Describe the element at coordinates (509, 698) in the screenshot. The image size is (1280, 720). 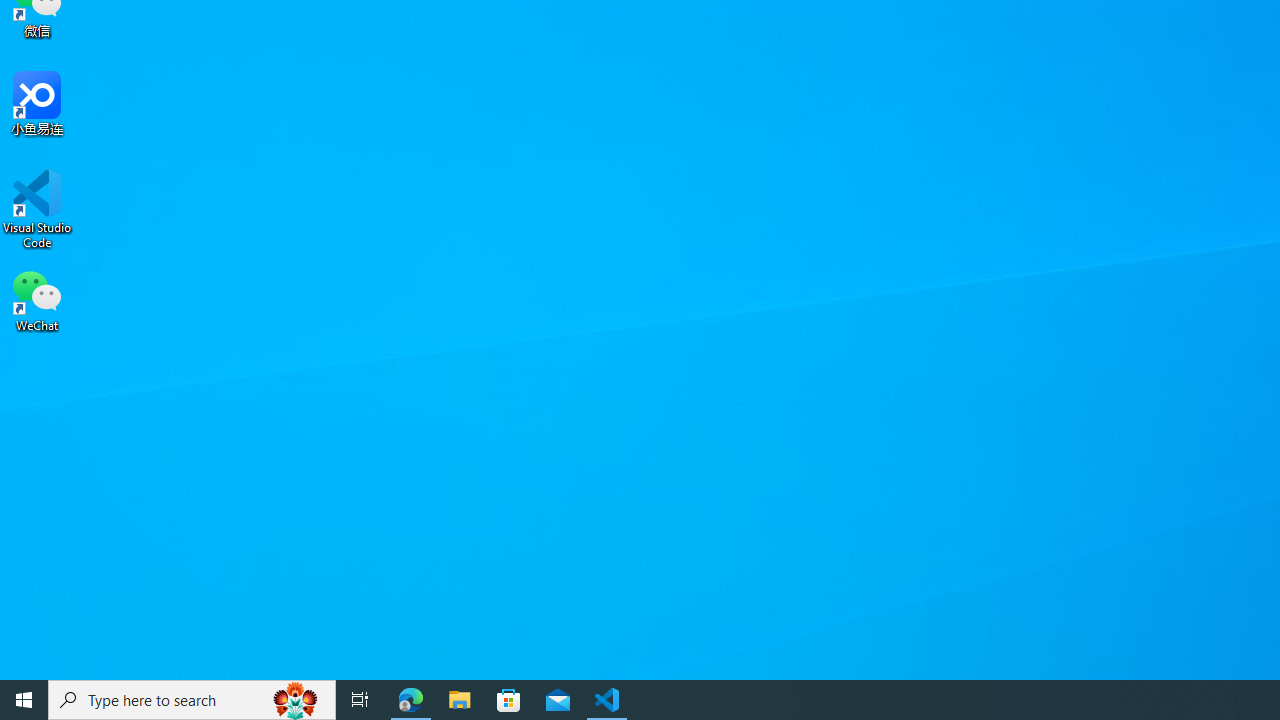
I see `'Microsoft Store'` at that location.